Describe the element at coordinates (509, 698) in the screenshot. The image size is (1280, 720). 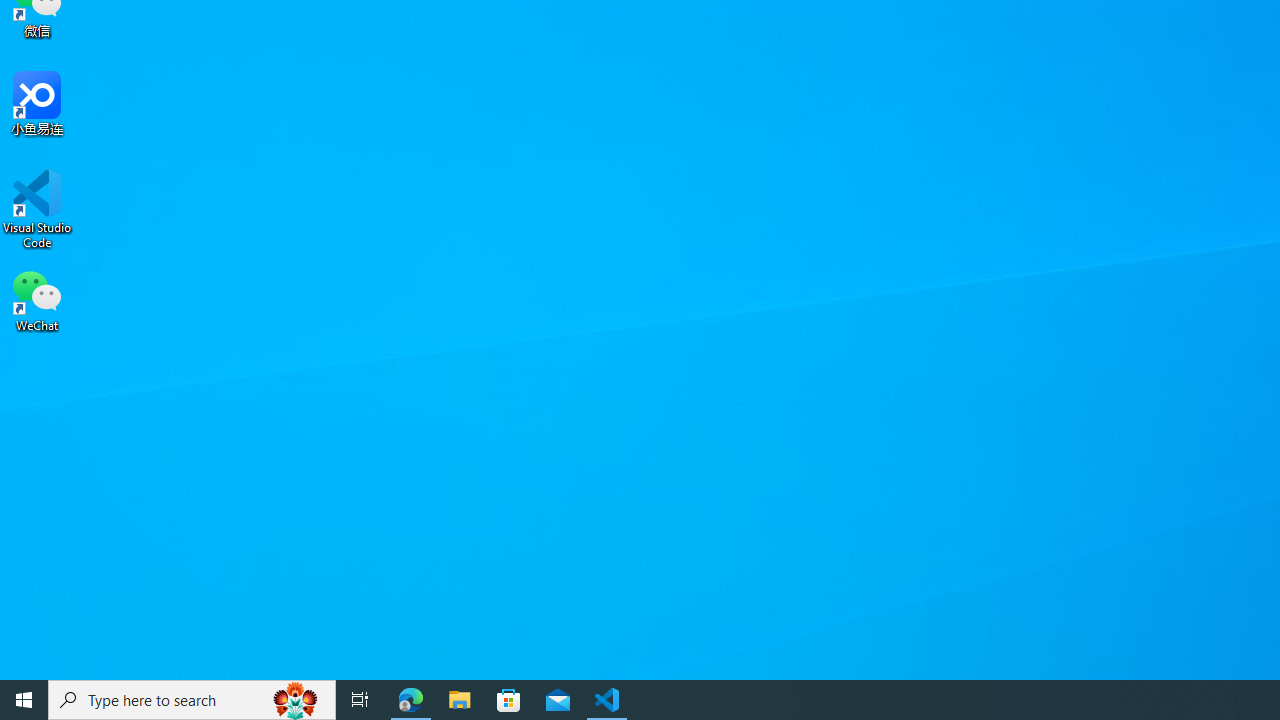
I see `'Microsoft Store'` at that location.